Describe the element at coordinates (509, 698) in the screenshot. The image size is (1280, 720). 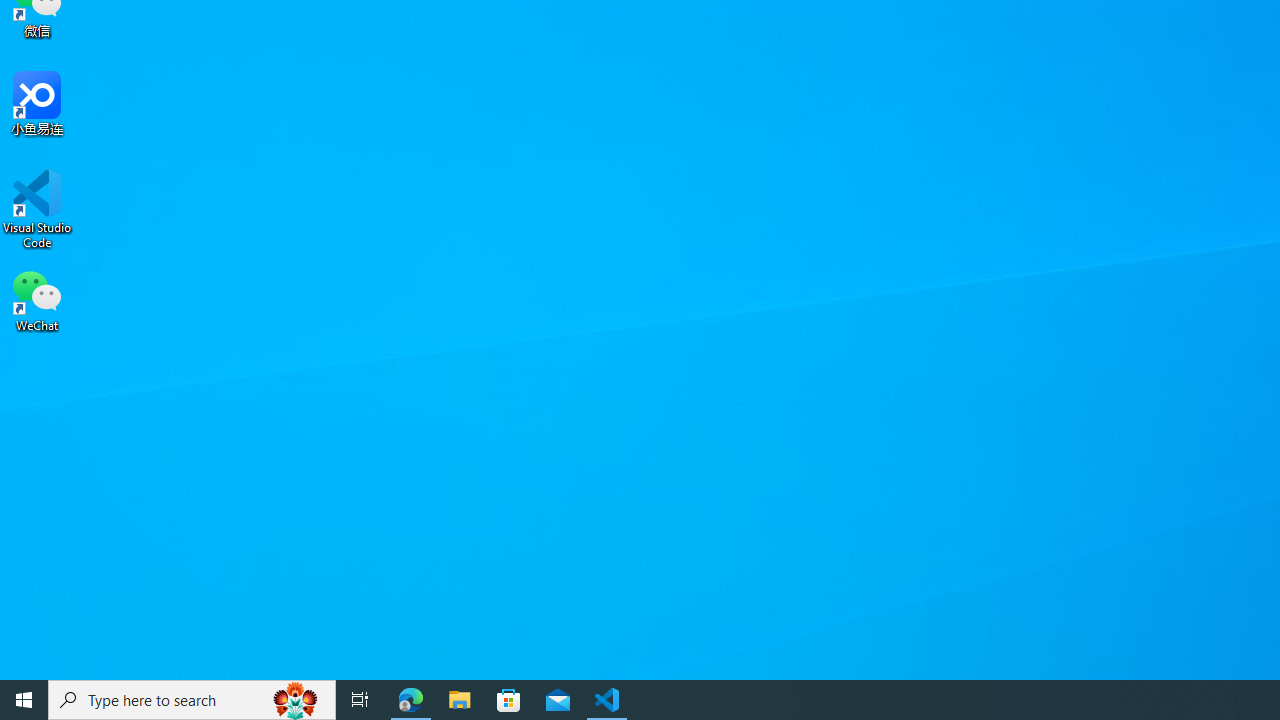
I see `'Microsoft Store'` at that location.